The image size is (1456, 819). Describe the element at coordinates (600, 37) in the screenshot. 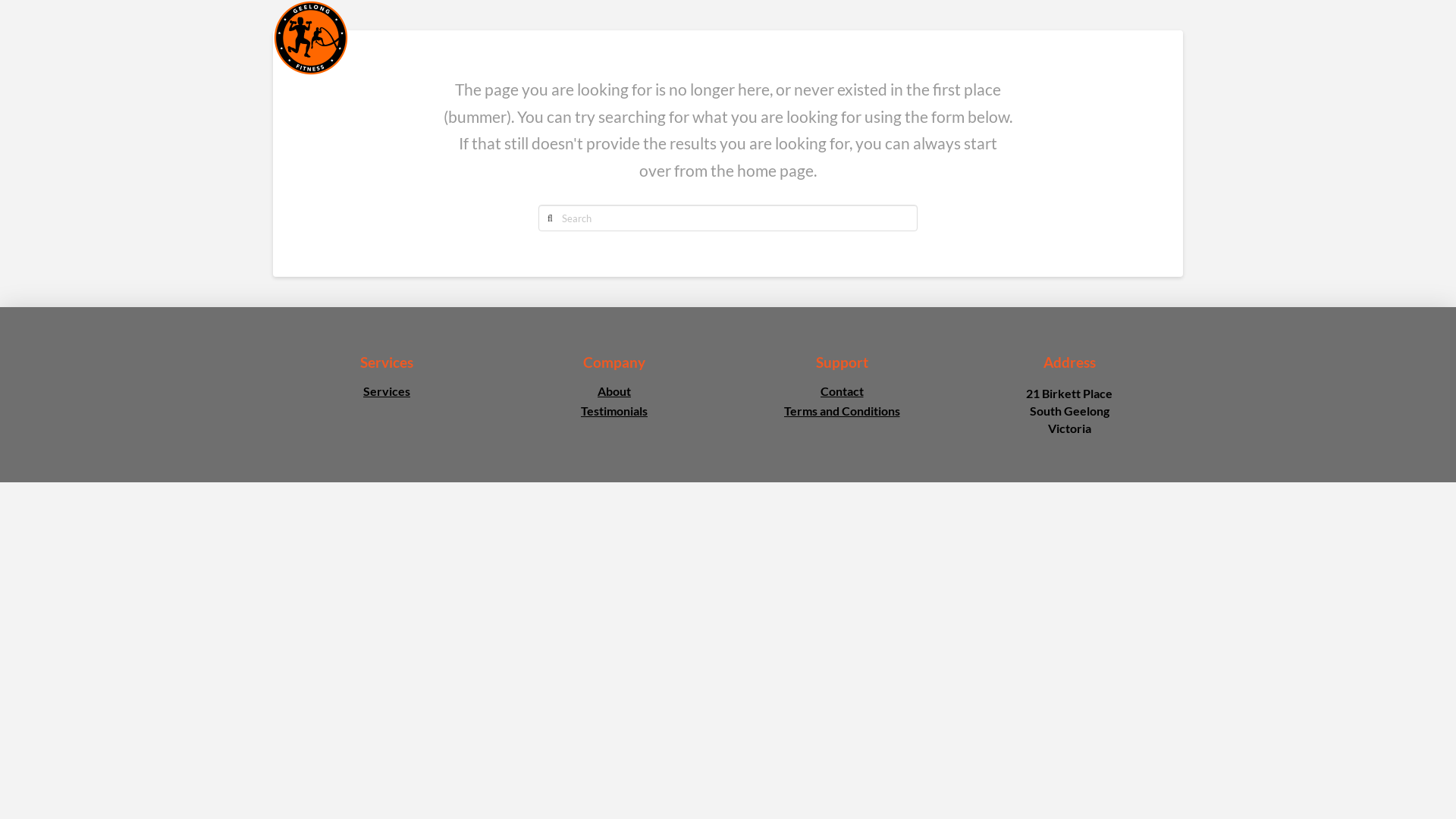

I see `'HOME'` at that location.